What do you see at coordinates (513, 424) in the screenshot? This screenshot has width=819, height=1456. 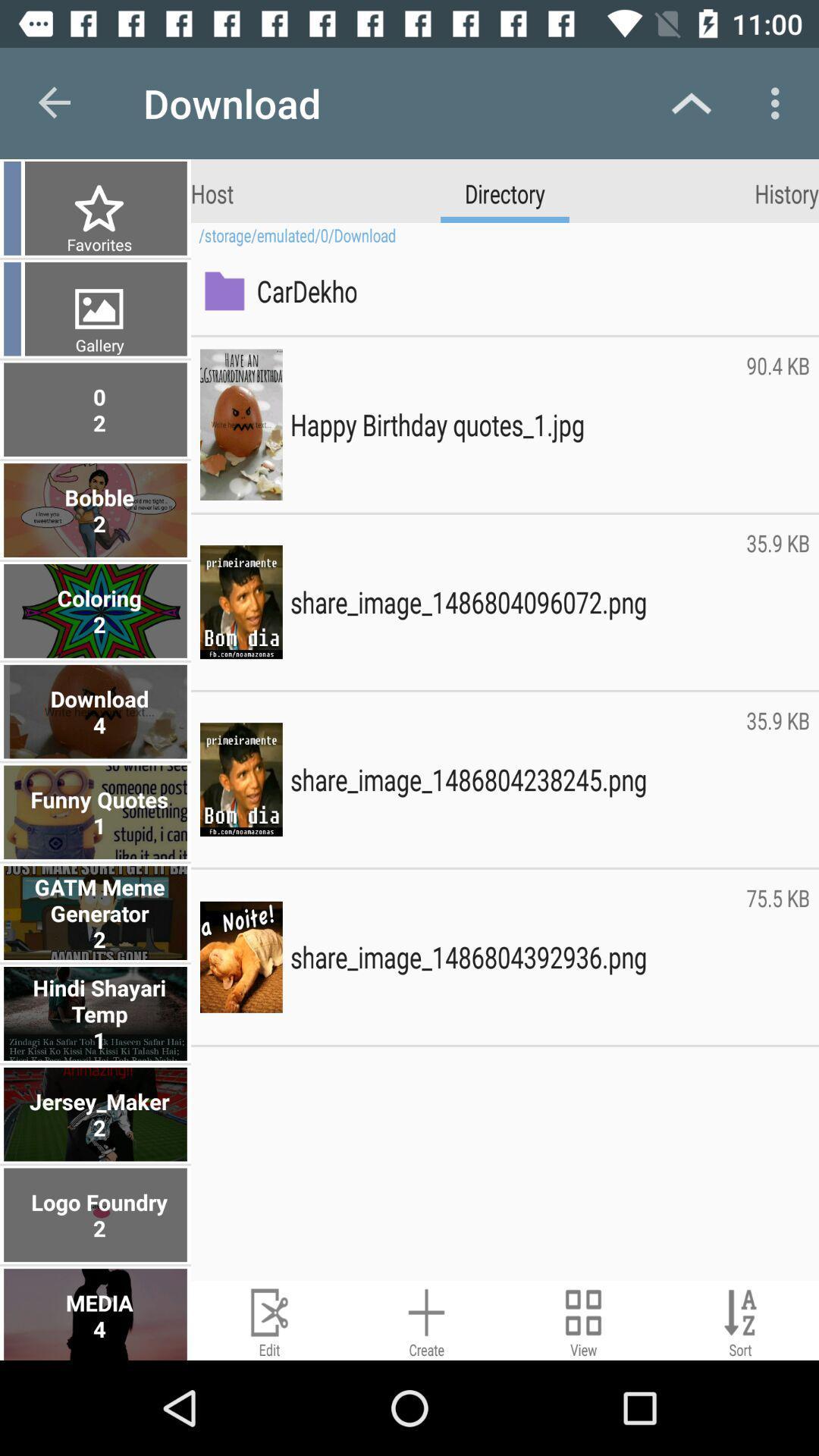 I see `the happy birthday quotes_1 item` at bounding box center [513, 424].